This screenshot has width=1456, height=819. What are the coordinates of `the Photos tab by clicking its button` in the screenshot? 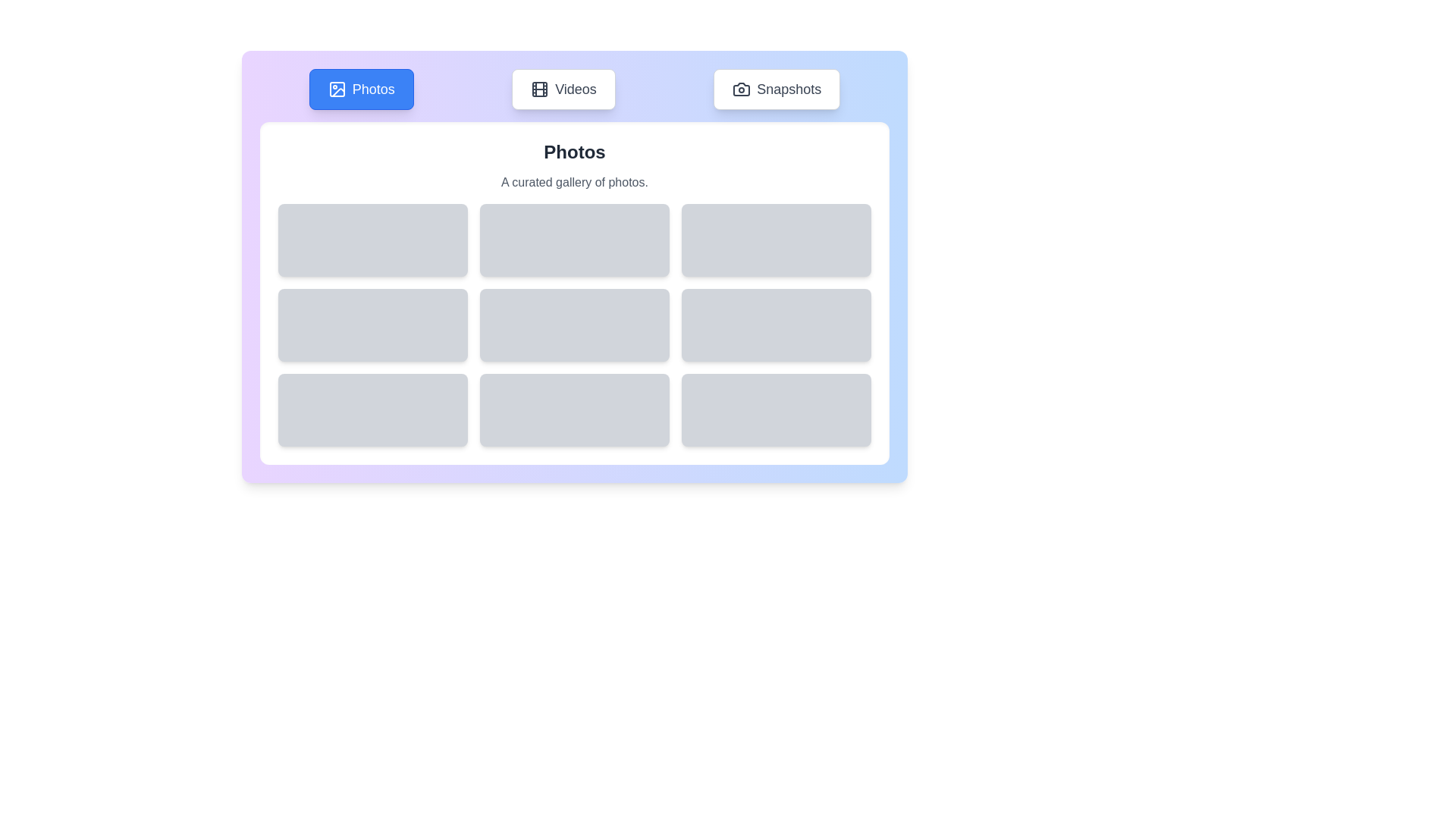 It's located at (360, 89).